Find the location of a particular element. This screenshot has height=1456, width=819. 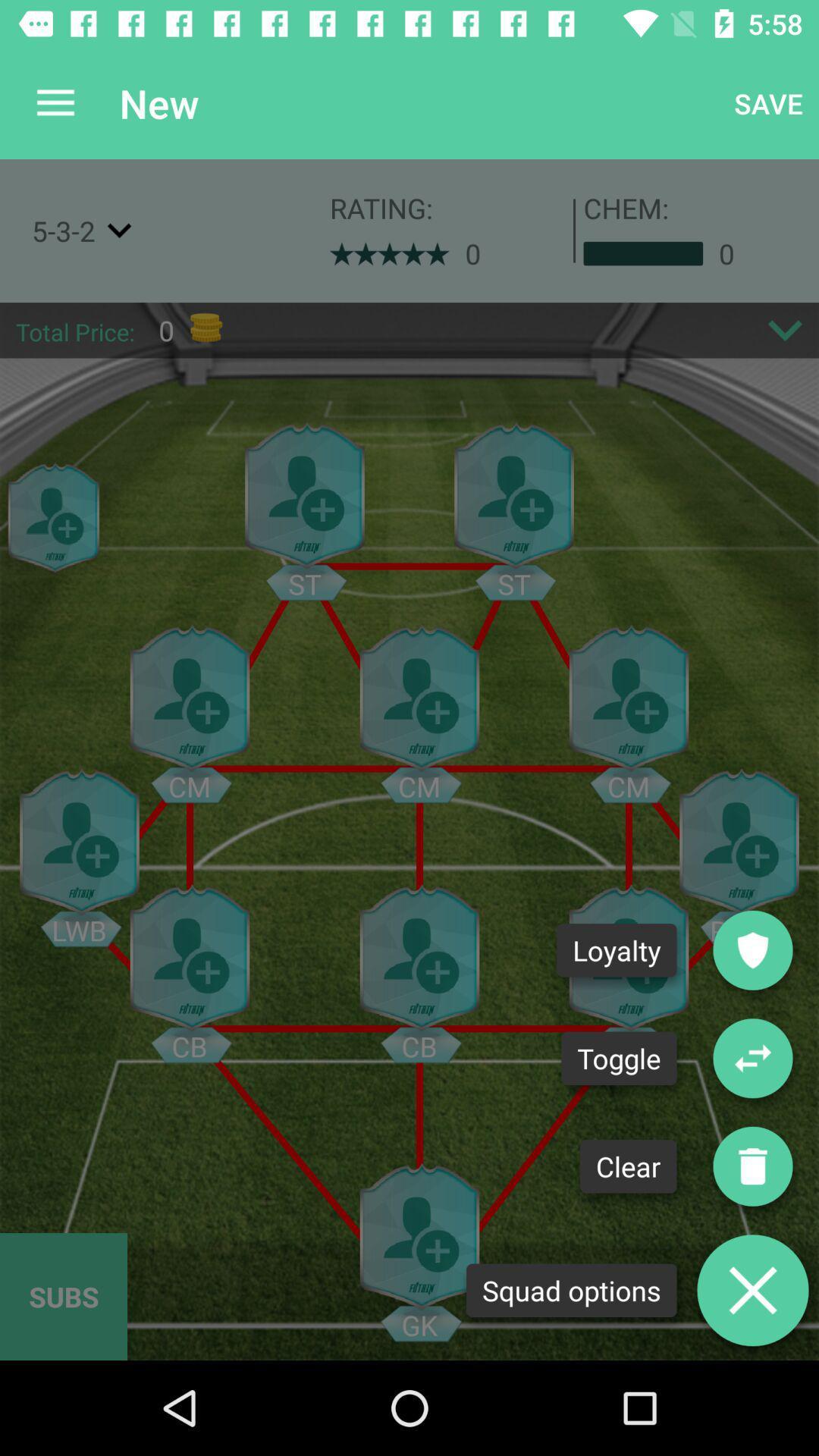

out of options is located at coordinates (752, 1289).